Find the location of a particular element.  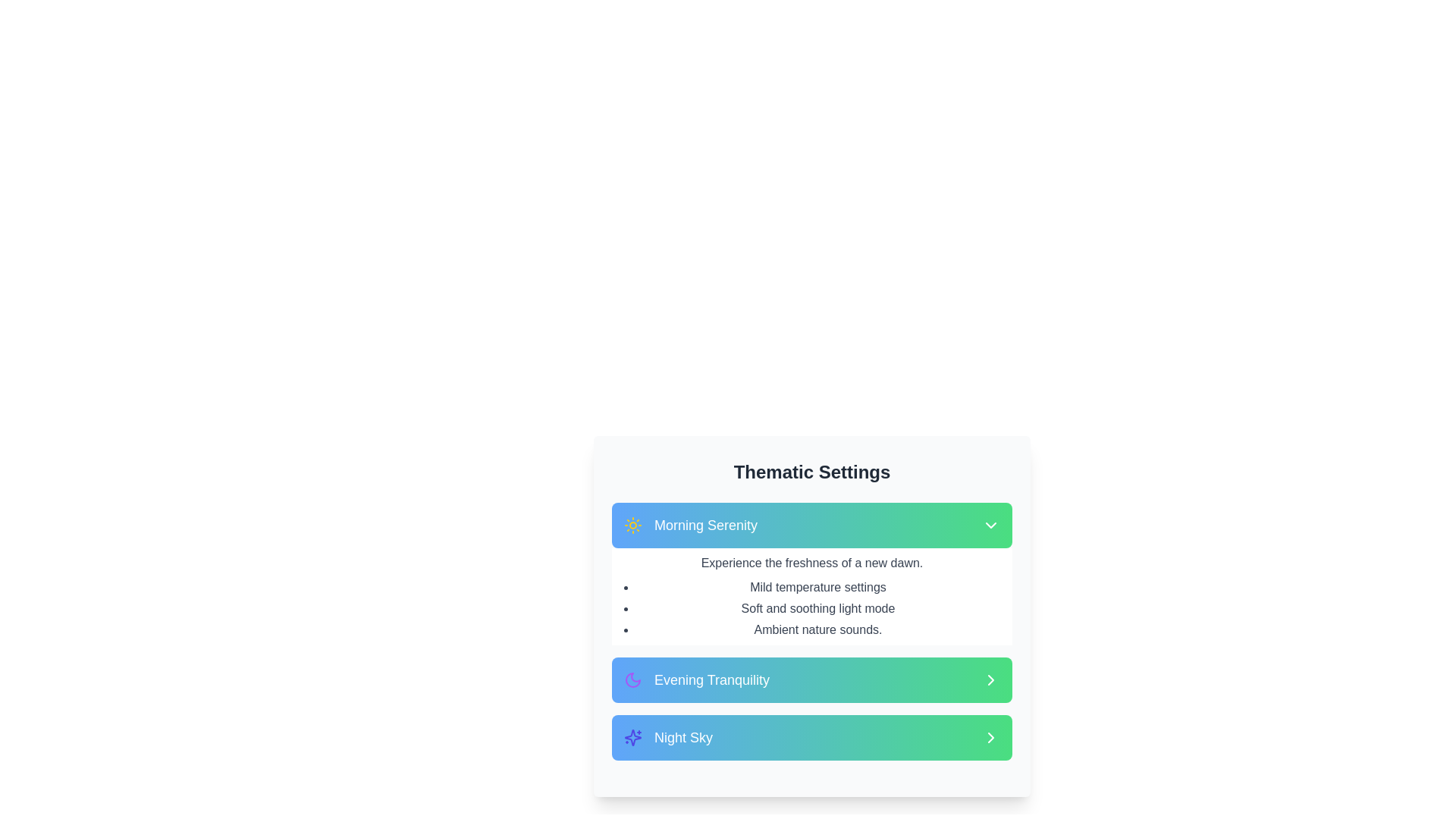

the rightward-pointing chevron icon, which is a minimalistic SVG graphic styled with a thin stroke, located at the end of the 'Evening Tranquility' button is located at coordinates (990, 679).